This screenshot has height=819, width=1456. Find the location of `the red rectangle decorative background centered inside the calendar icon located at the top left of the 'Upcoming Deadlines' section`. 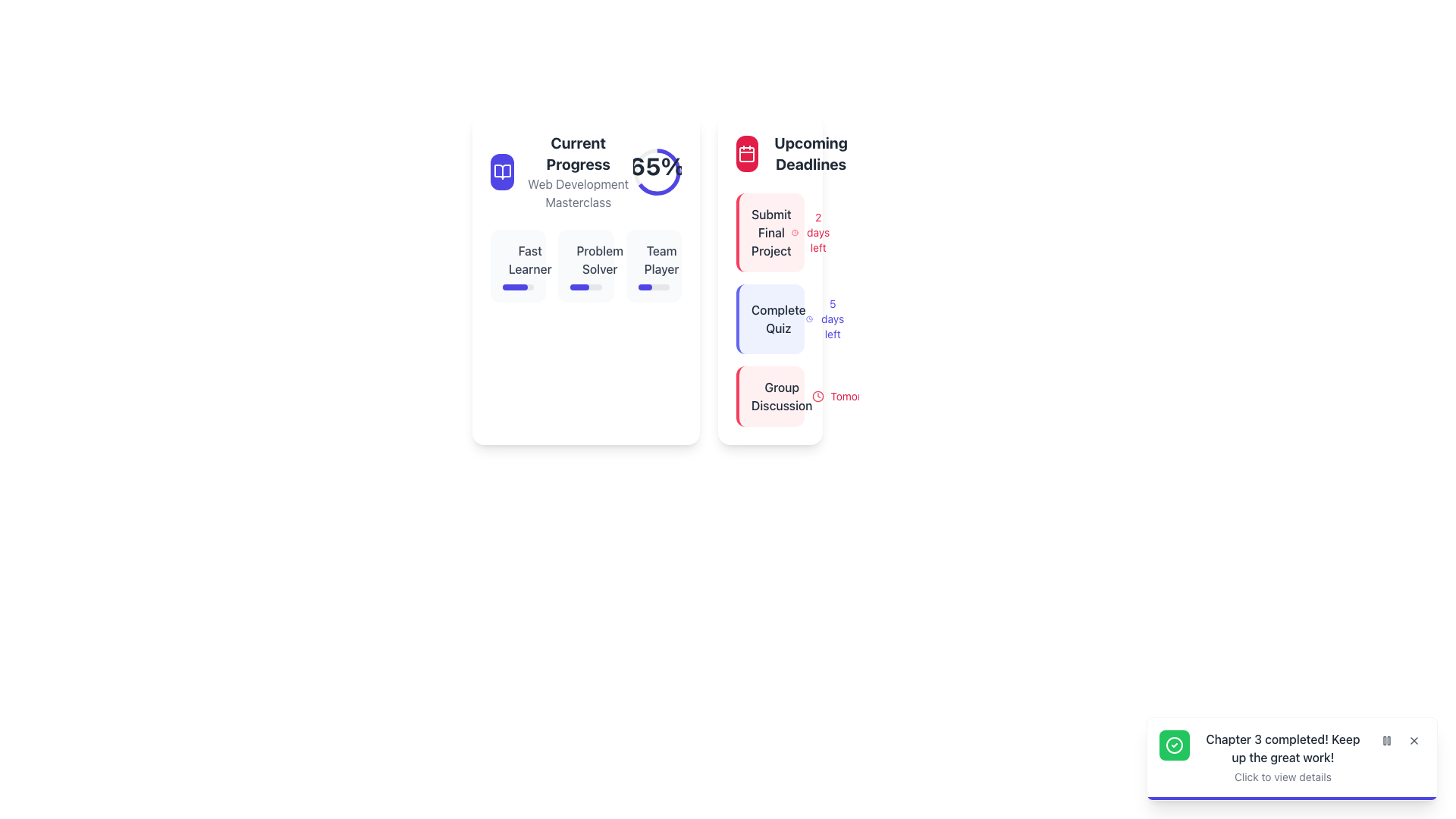

the red rectangle decorative background centered inside the calendar icon located at the top left of the 'Upcoming Deadlines' section is located at coordinates (747, 155).